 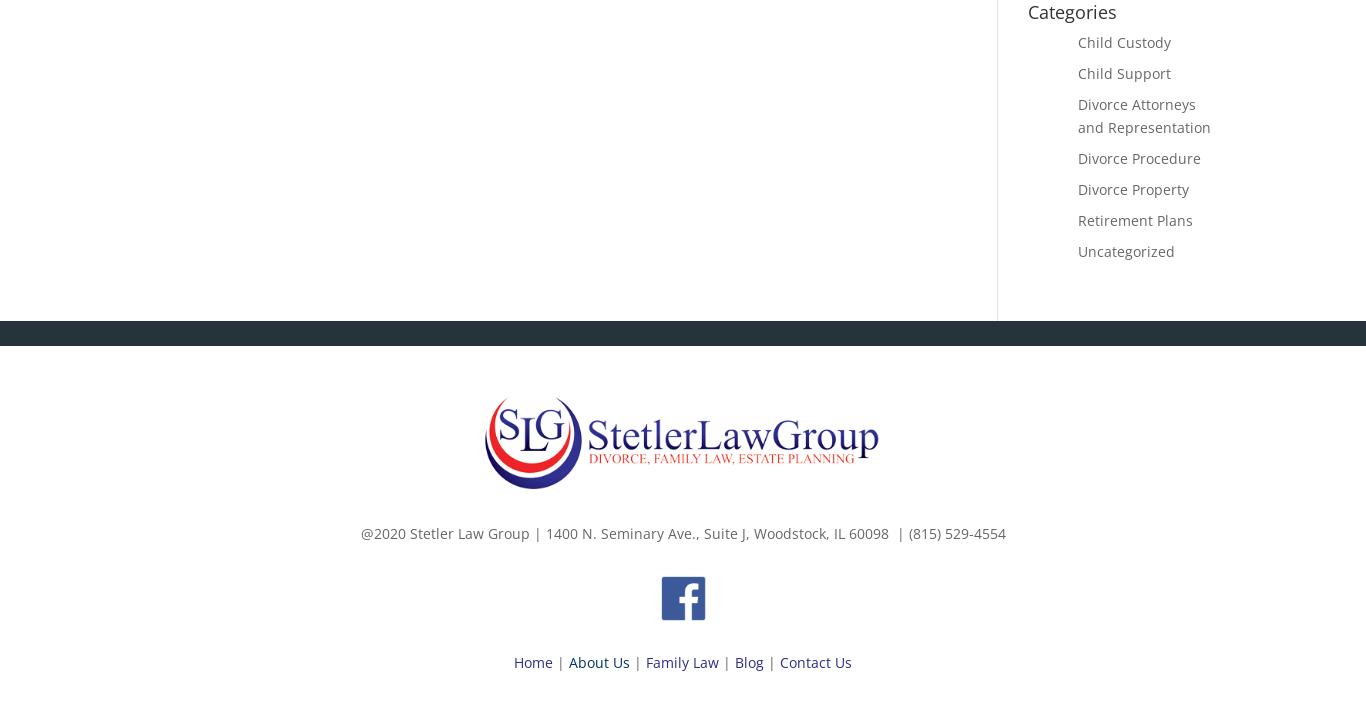 I want to click on 'Child Support', so click(x=1075, y=71).